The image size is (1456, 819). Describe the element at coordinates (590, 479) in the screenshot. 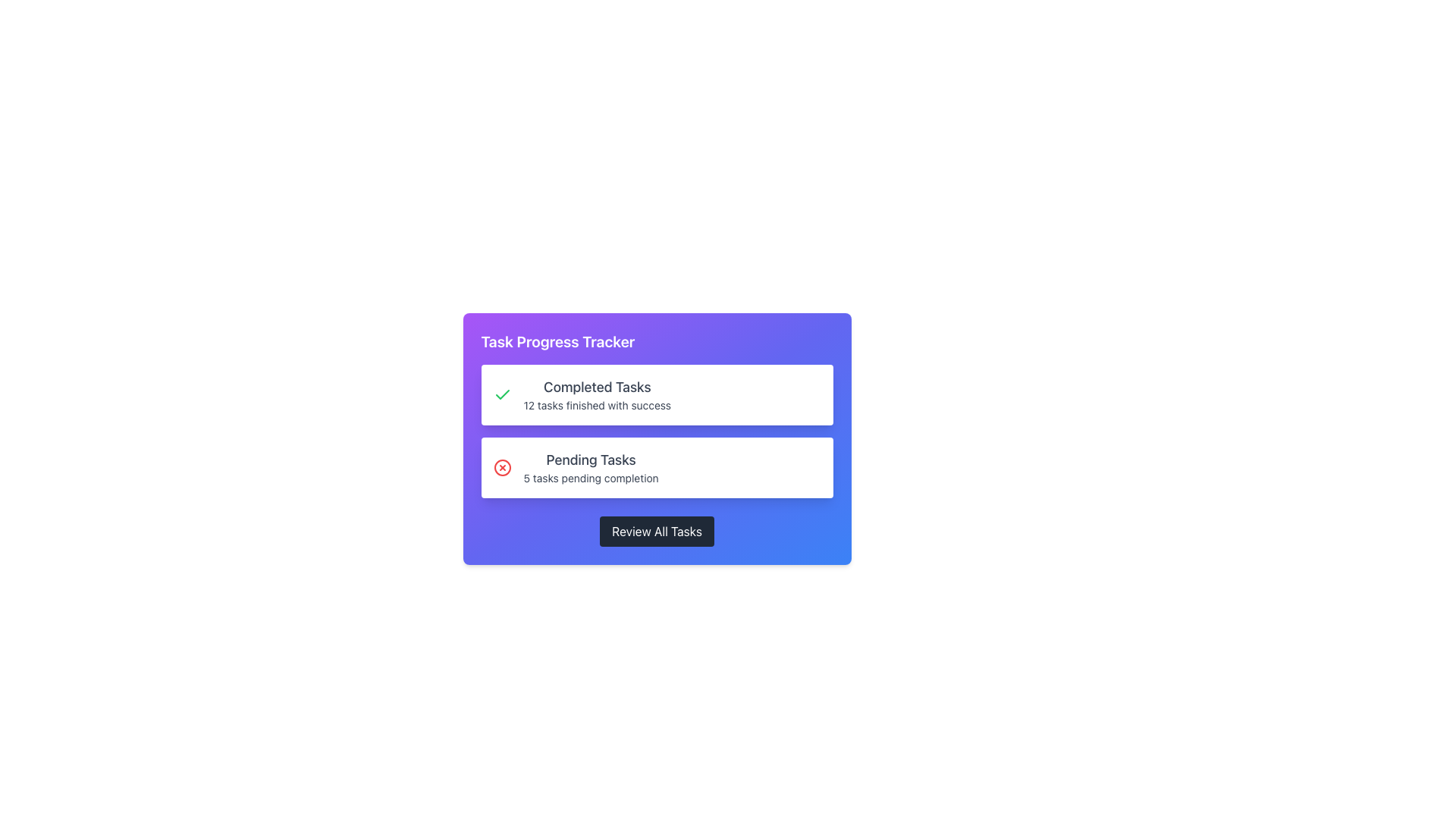

I see `the text label that summarizes the number of tasks not yet completed, located directly below the 'Pending Tasks' label in the task status card` at that location.